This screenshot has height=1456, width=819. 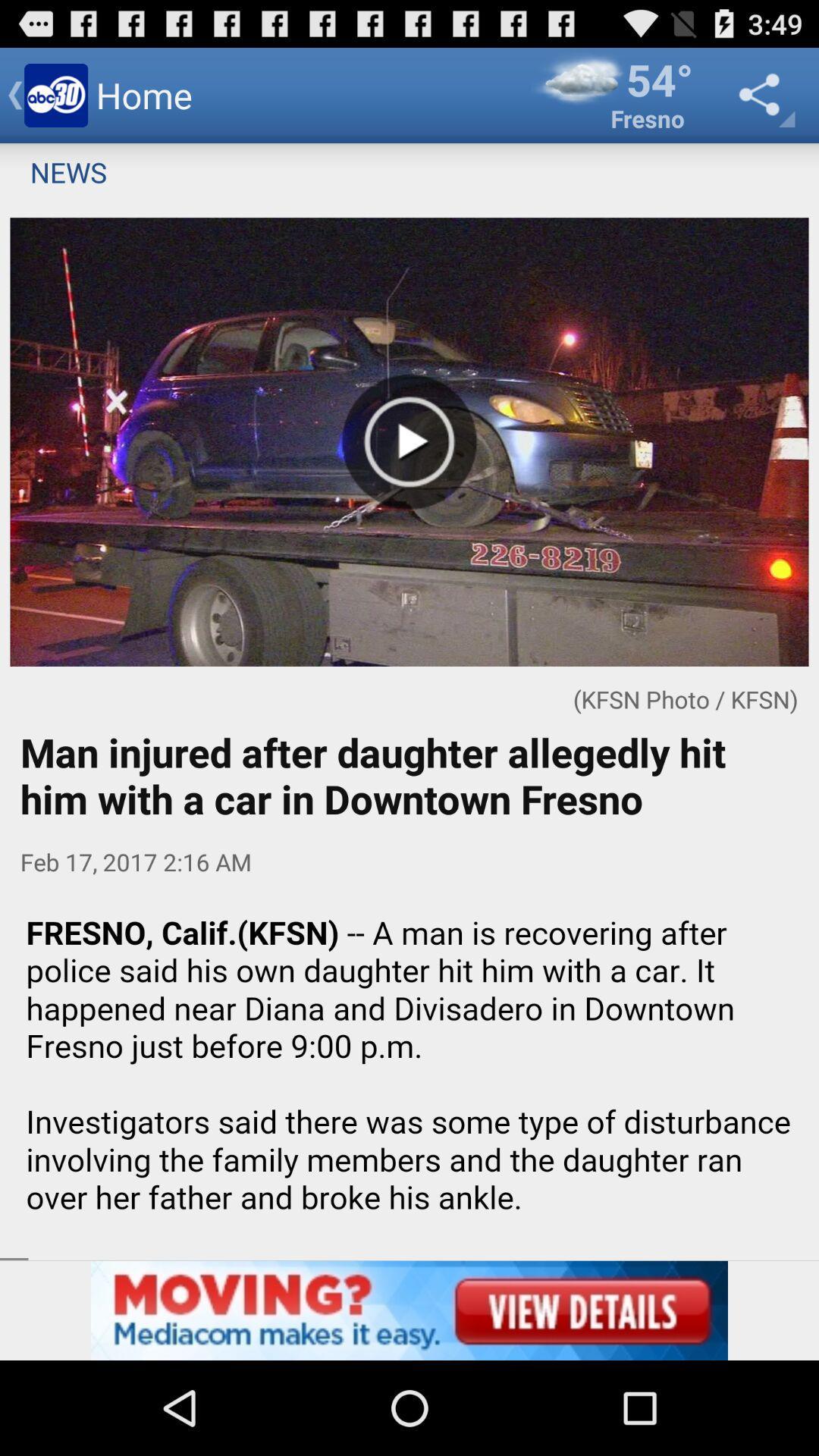 What do you see at coordinates (763, 94) in the screenshot?
I see `the share button` at bounding box center [763, 94].